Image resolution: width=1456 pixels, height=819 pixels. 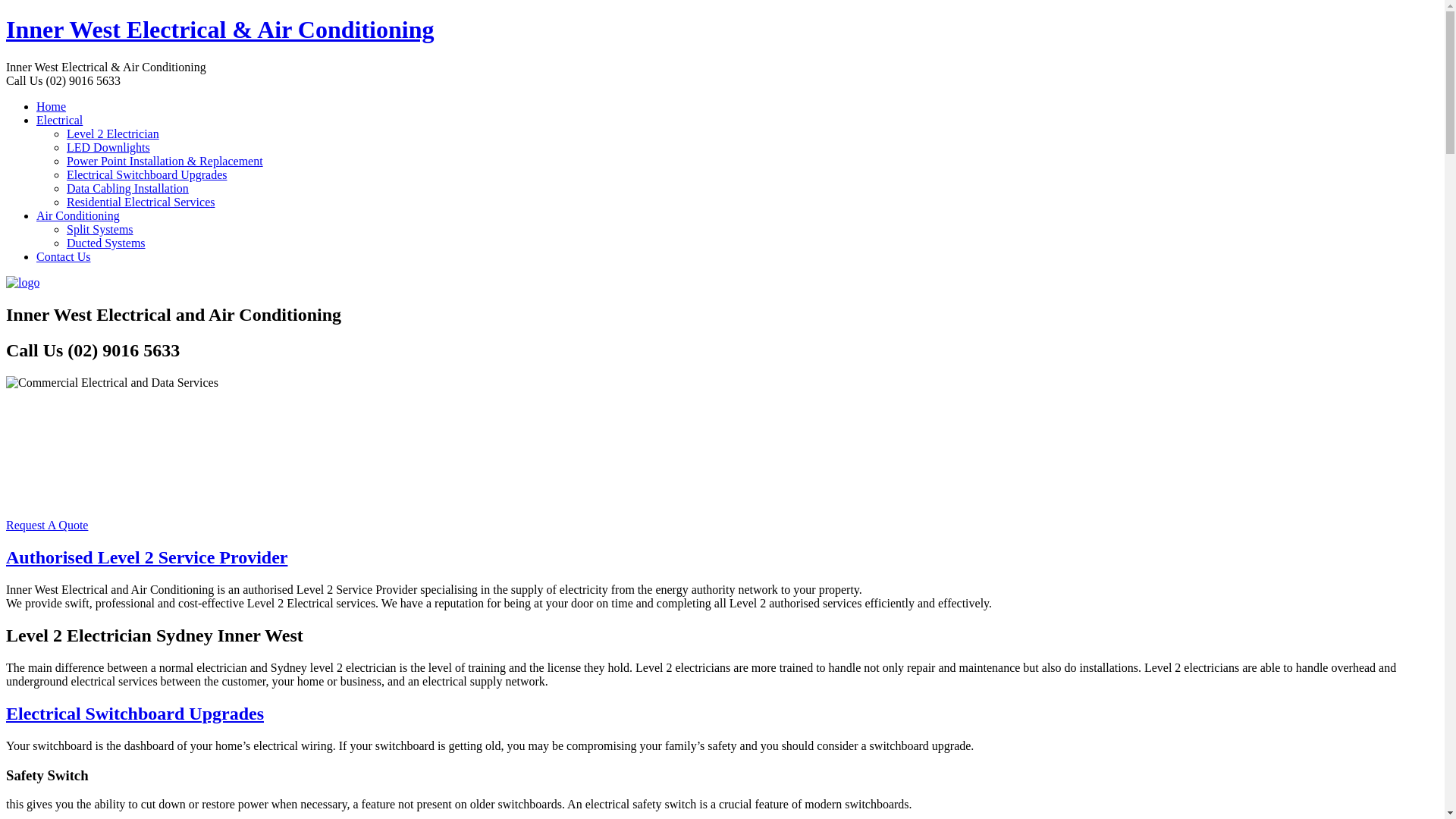 What do you see at coordinates (22, 282) in the screenshot?
I see `'Inner West Electrical & Air Conditioning'` at bounding box center [22, 282].